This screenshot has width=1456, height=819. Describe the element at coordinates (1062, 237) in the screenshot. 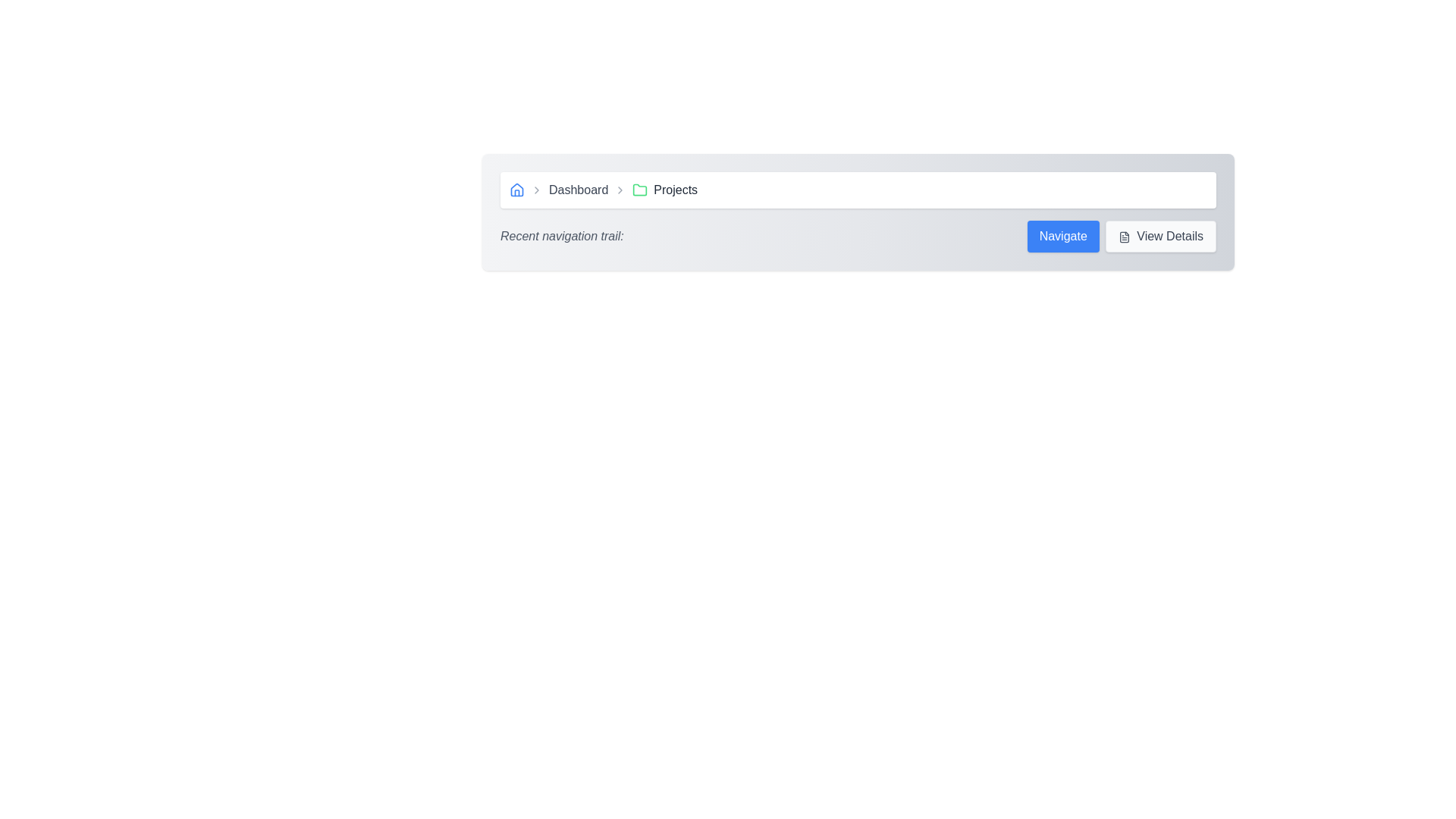

I see `the navigation button, which is the first button in its horizontal section` at that location.